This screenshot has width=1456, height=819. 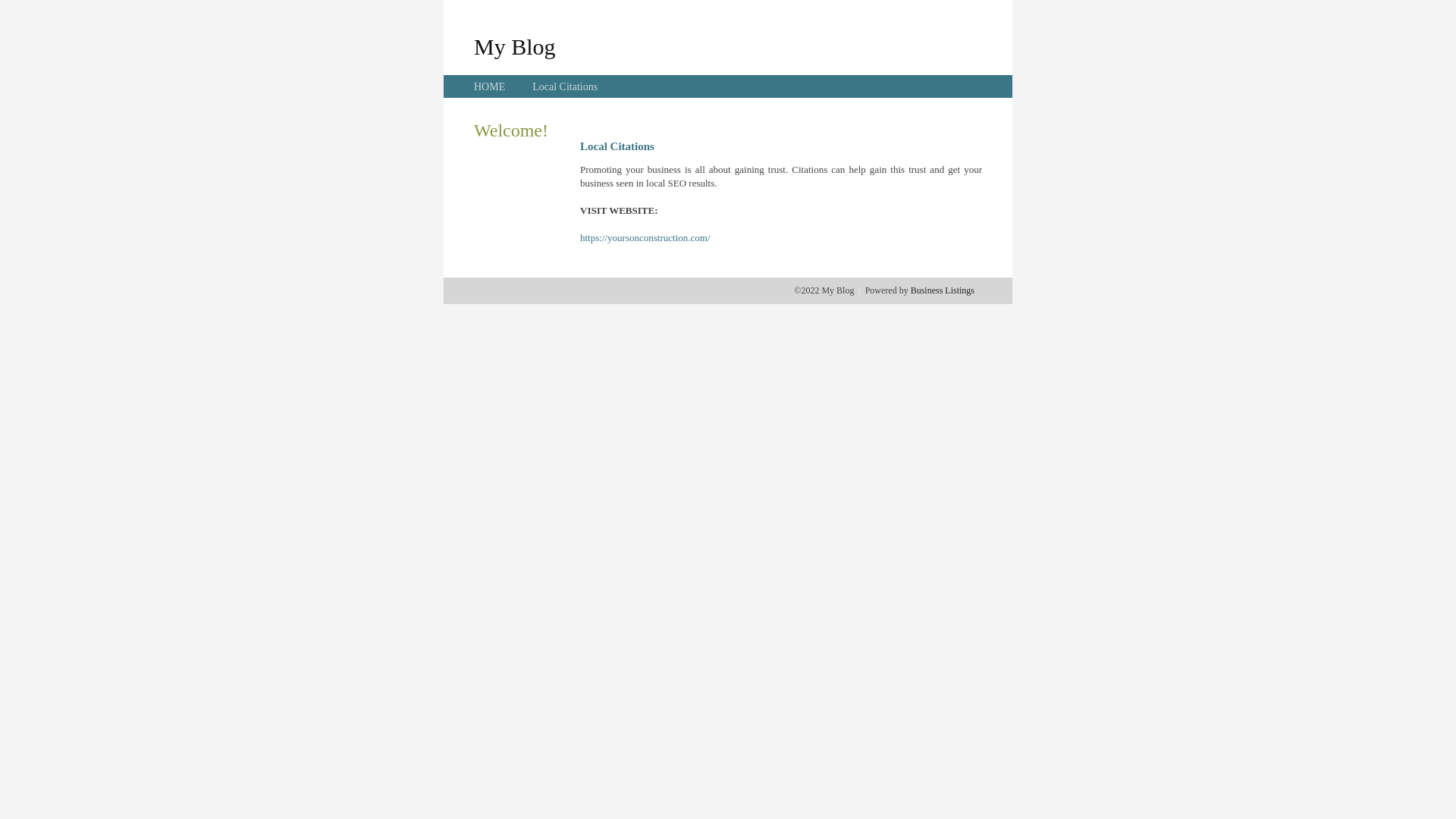 I want to click on 'My Blog', so click(x=472, y=45).